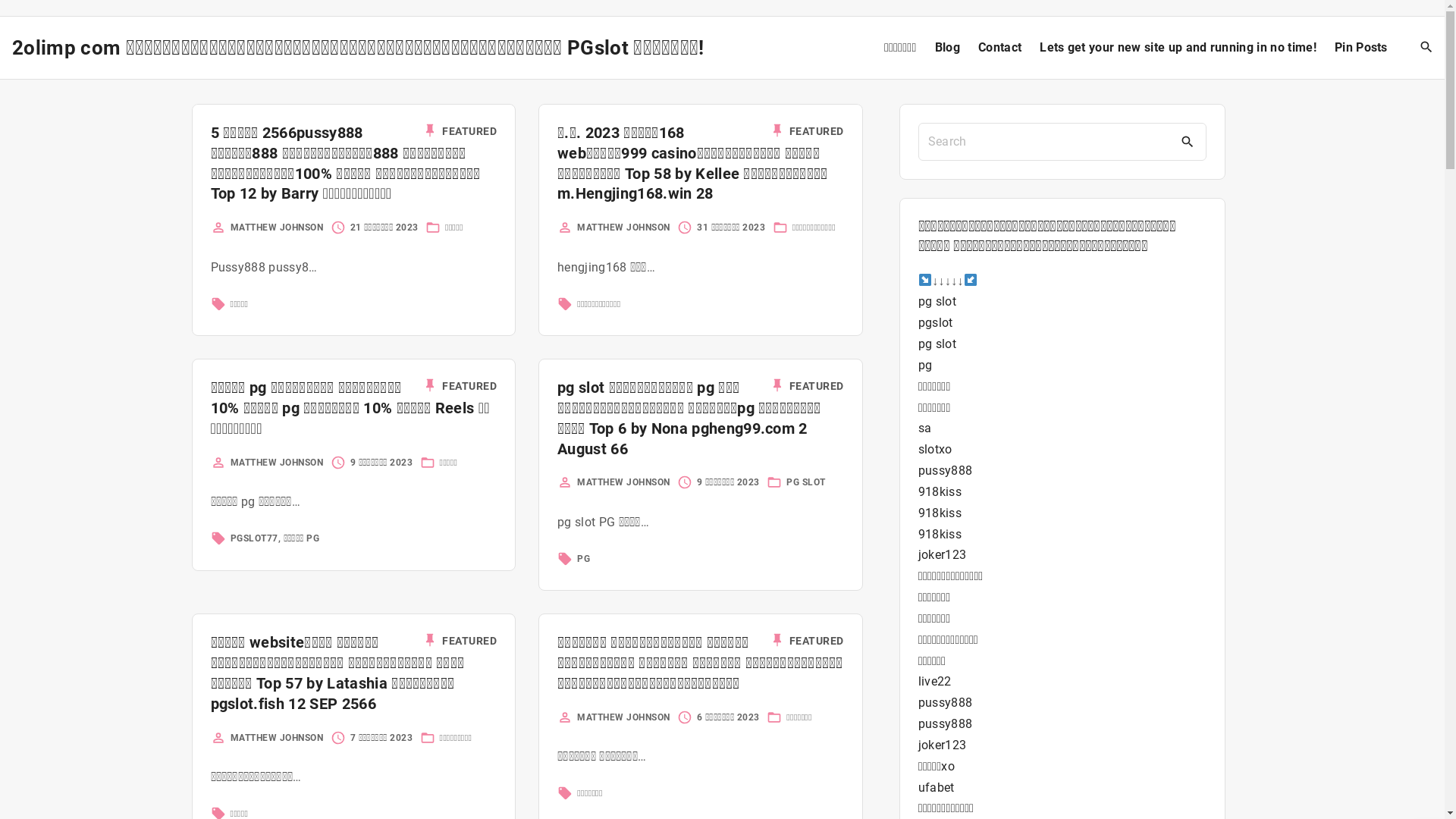 The width and height of the screenshot is (1456, 819). What do you see at coordinates (576, 717) in the screenshot?
I see `'MATTHEW JOHNSON'` at bounding box center [576, 717].